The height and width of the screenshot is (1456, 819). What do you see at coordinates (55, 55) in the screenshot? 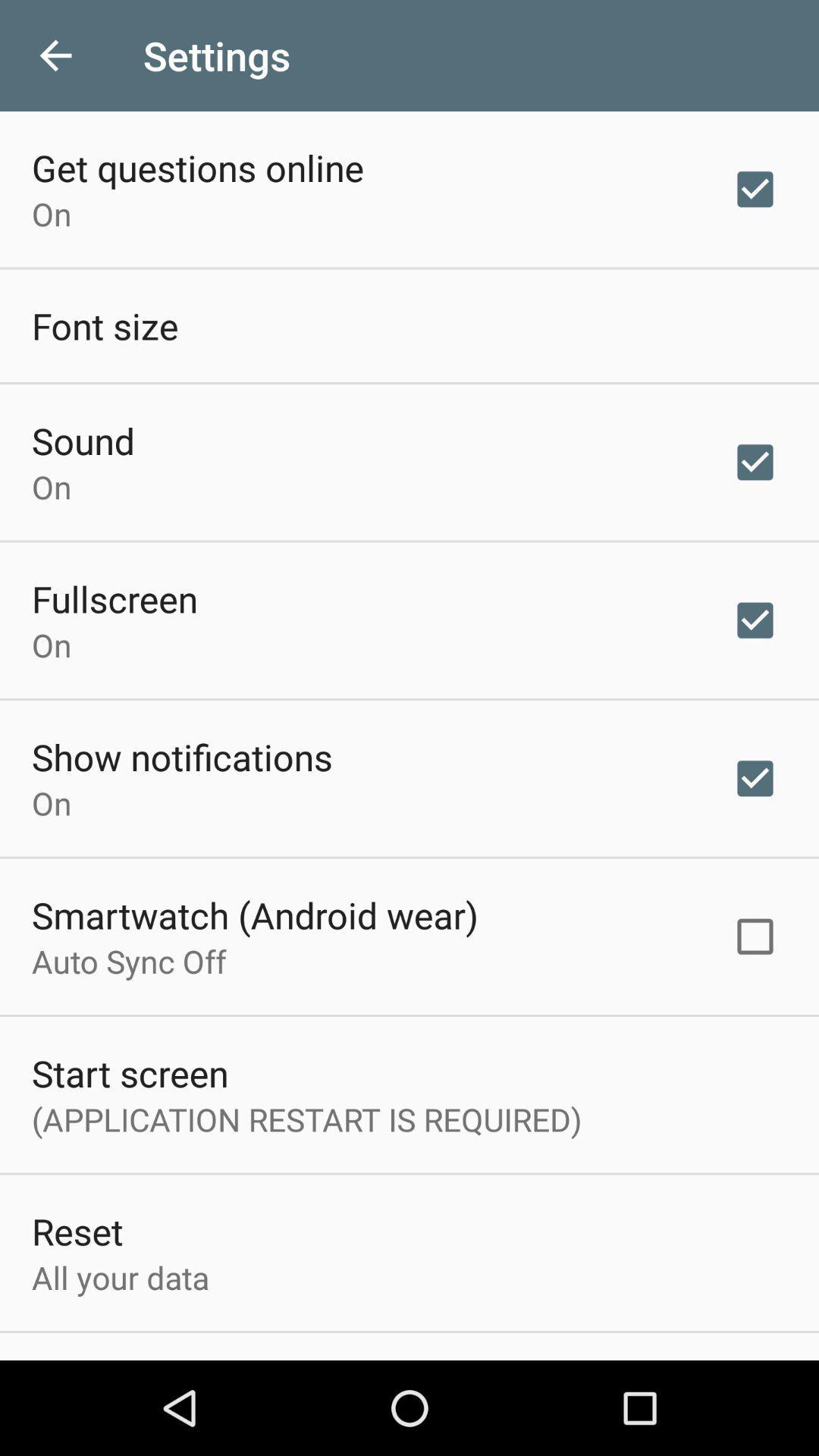
I see `icon above get questions online` at bounding box center [55, 55].